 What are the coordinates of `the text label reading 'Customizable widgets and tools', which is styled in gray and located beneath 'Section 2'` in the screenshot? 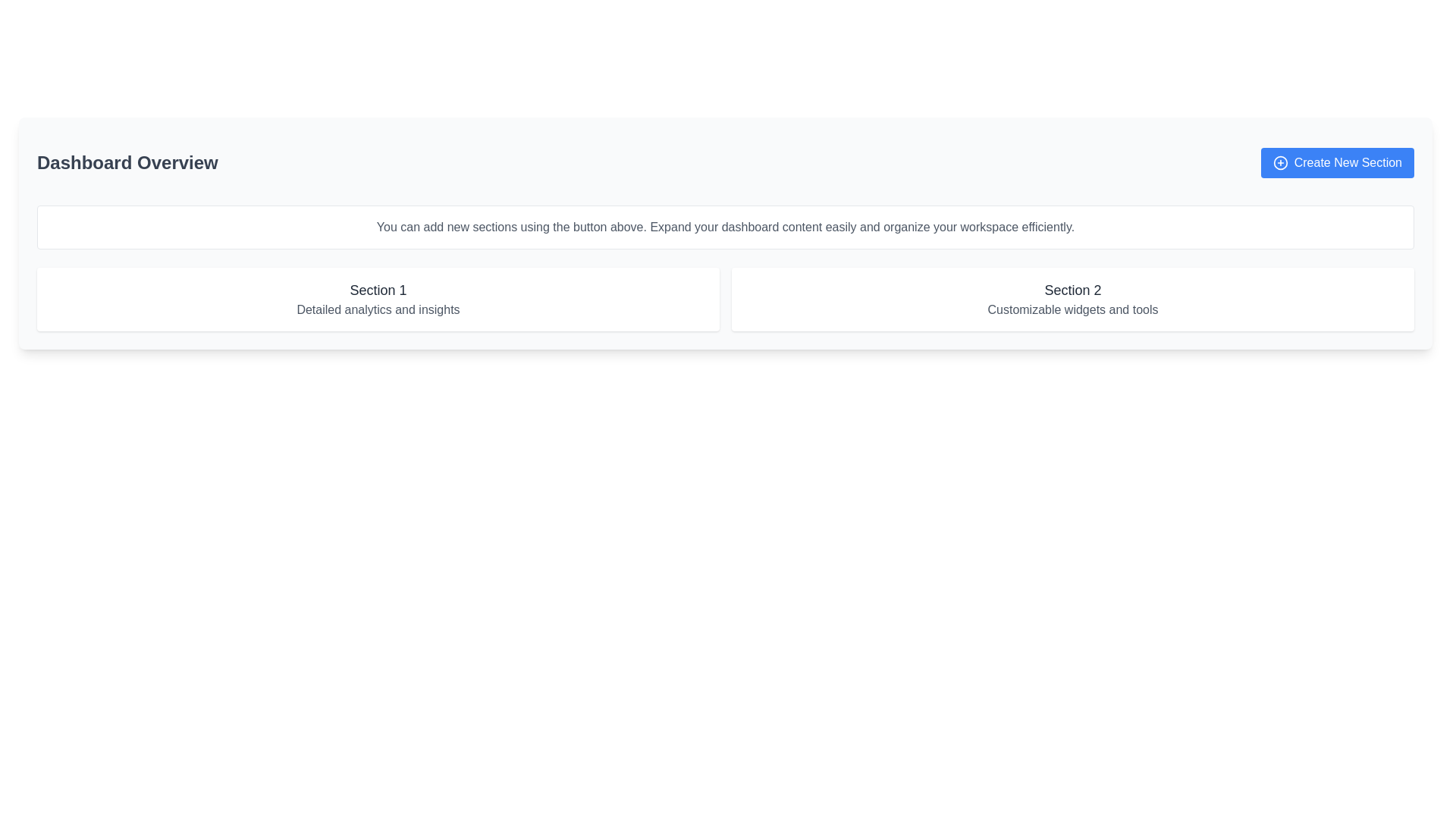 It's located at (1072, 309).